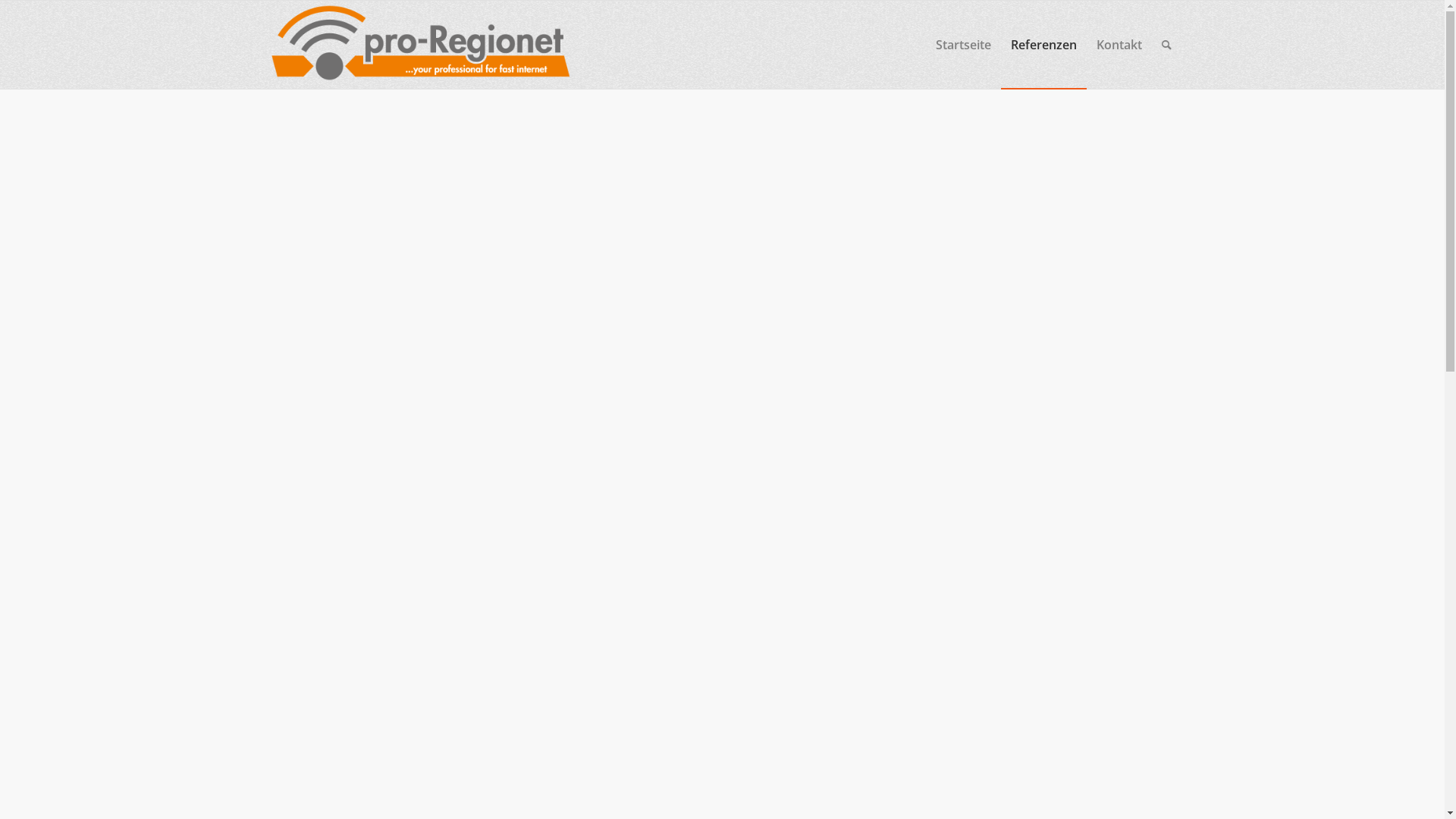 The image size is (1456, 819). I want to click on 'Startseite', so click(924, 43).